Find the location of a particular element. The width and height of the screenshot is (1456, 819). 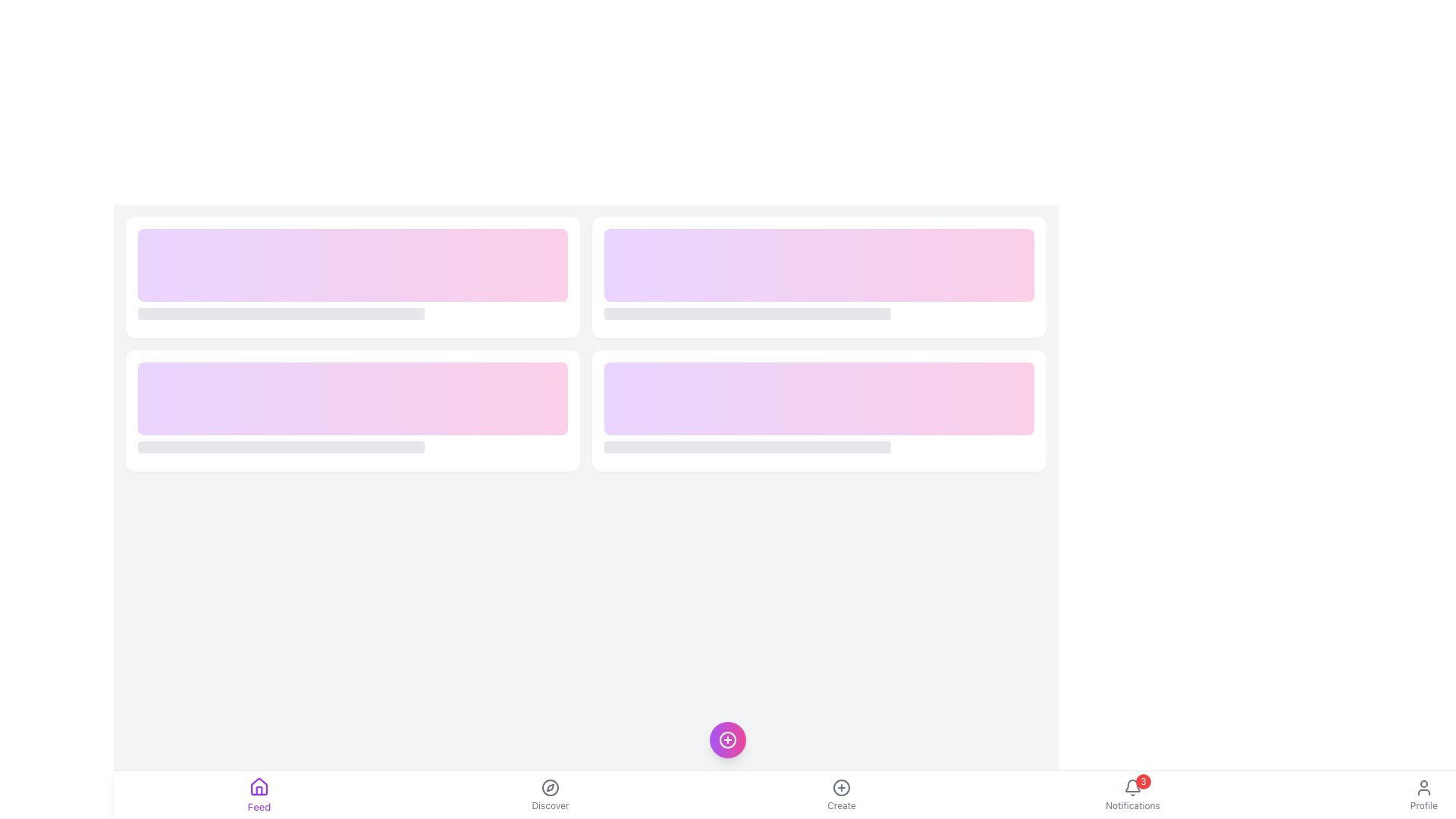

the user profile icon located in the bottom navigation bar on the far right is located at coordinates (1423, 786).